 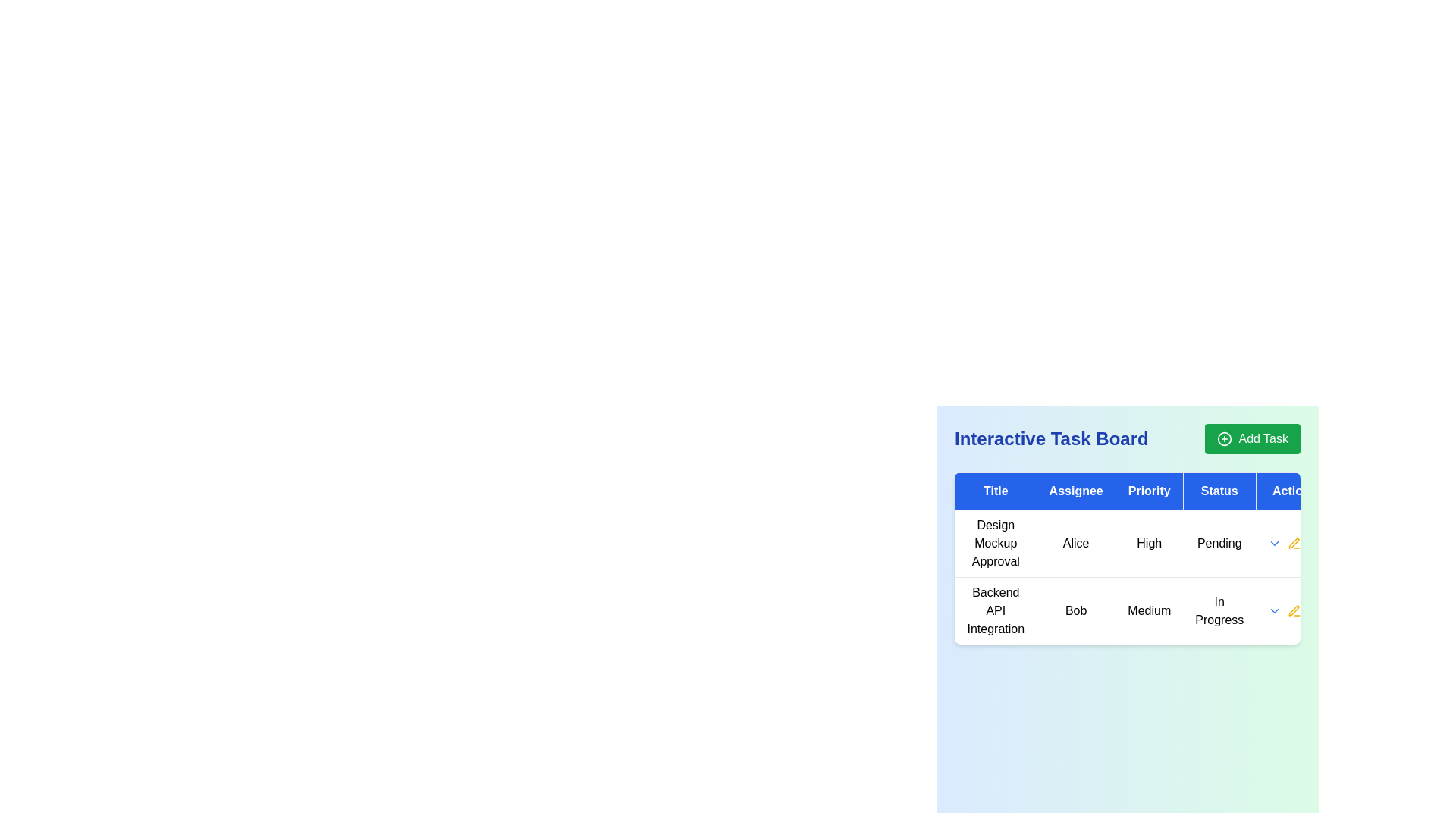 What do you see at coordinates (1144, 491) in the screenshot?
I see `text content of the third header cell in the table, which labels the priority level of tasks` at bounding box center [1144, 491].